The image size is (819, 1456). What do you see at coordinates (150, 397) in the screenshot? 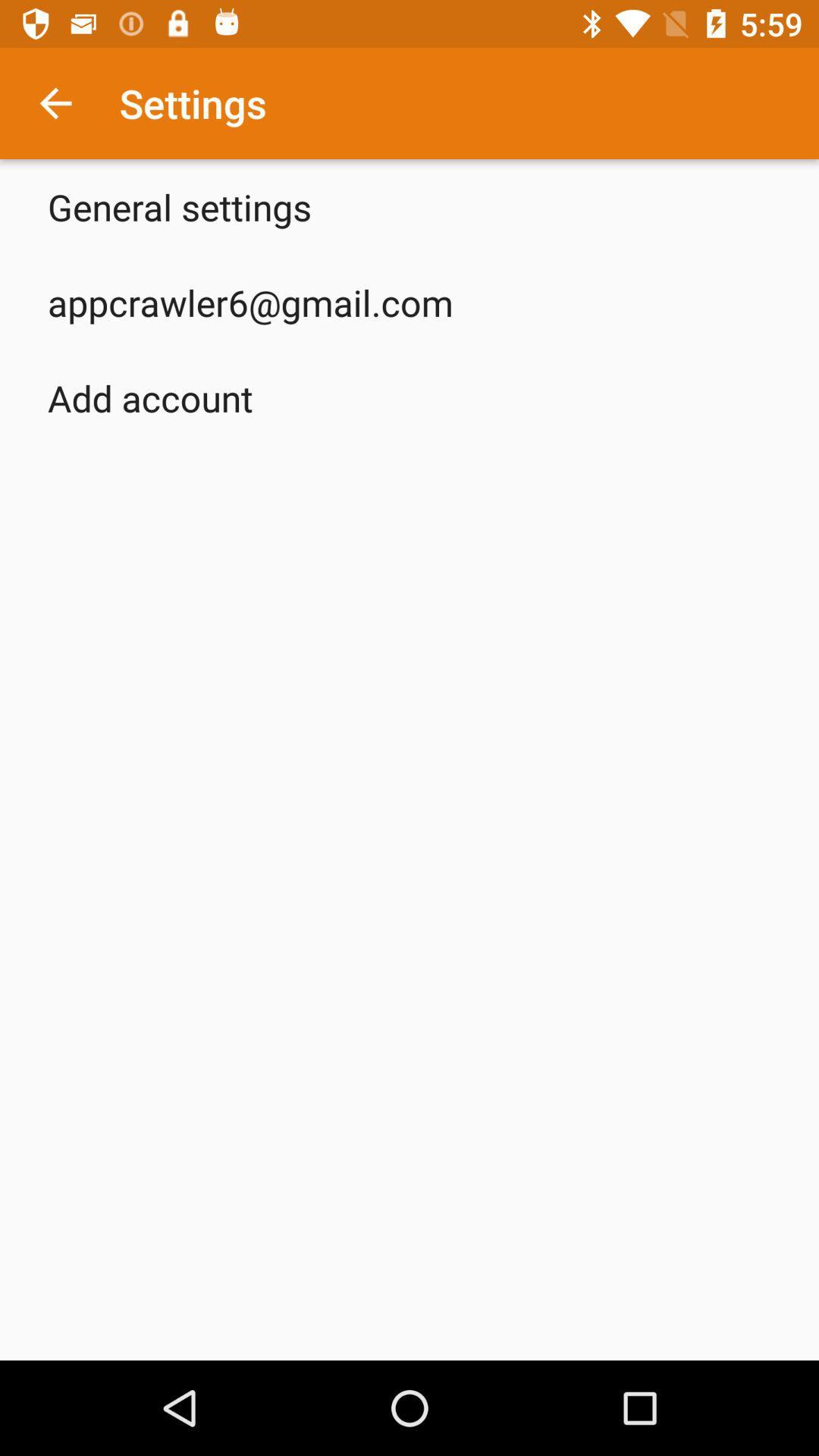
I see `icon below the appcrawler6@gmail.com app` at bounding box center [150, 397].